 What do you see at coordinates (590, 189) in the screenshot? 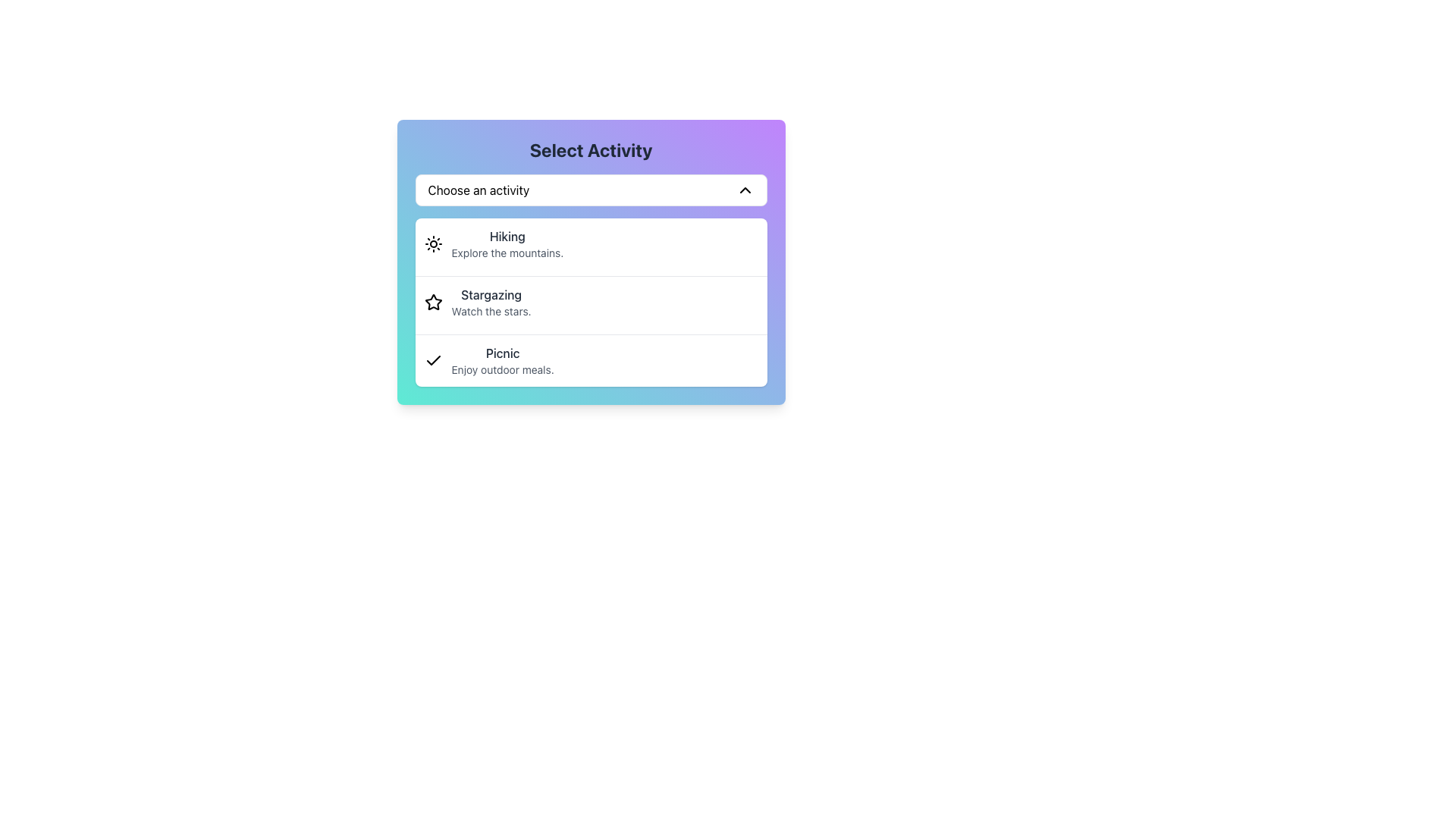
I see `the dropdown menu positioned below the title 'Select Activity', which allows users to select from a list of activities` at bounding box center [590, 189].